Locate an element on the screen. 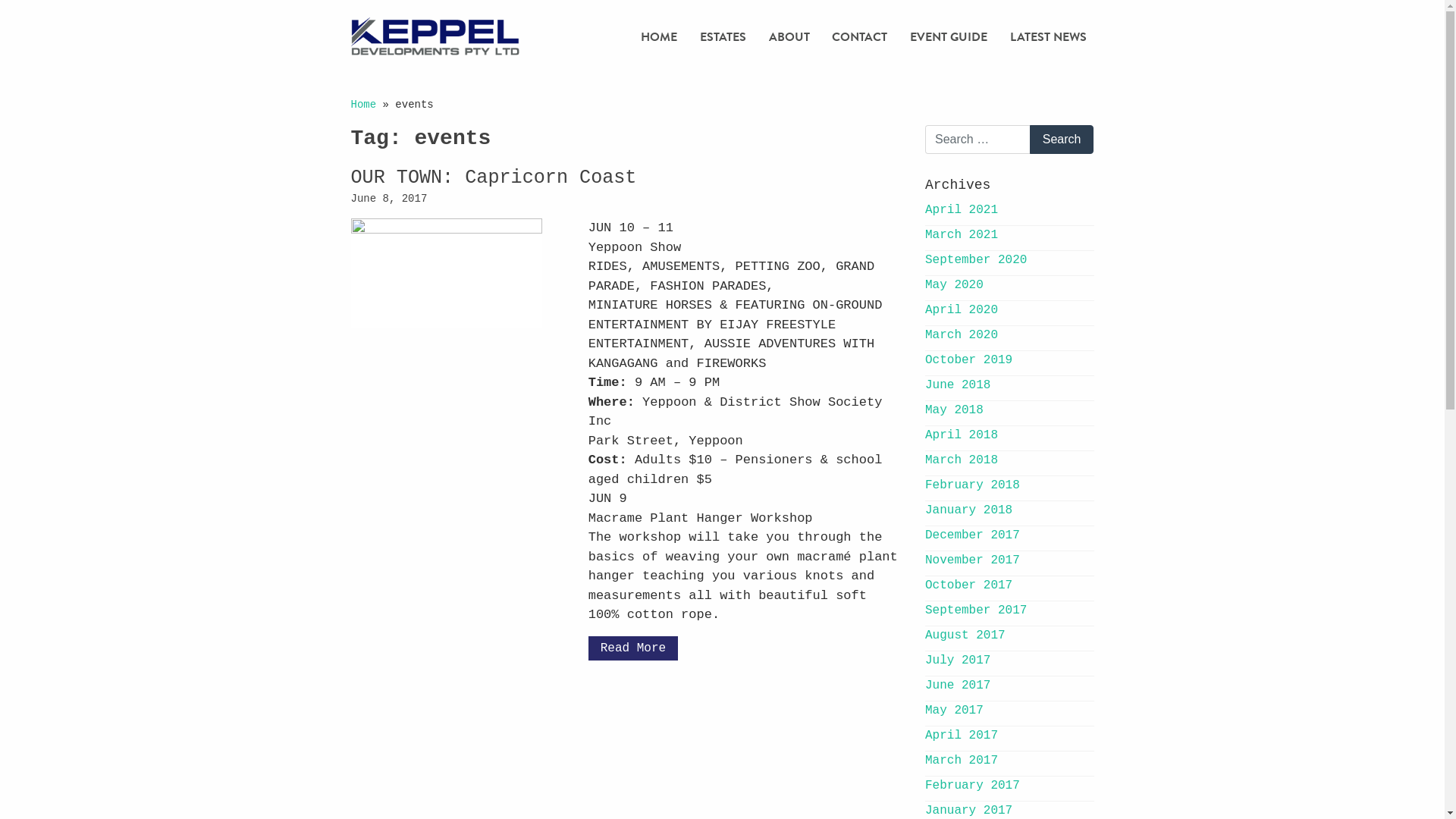 The height and width of the screenshot is (819, 1456). 'May 2020' is located at coordinates (953, 284).